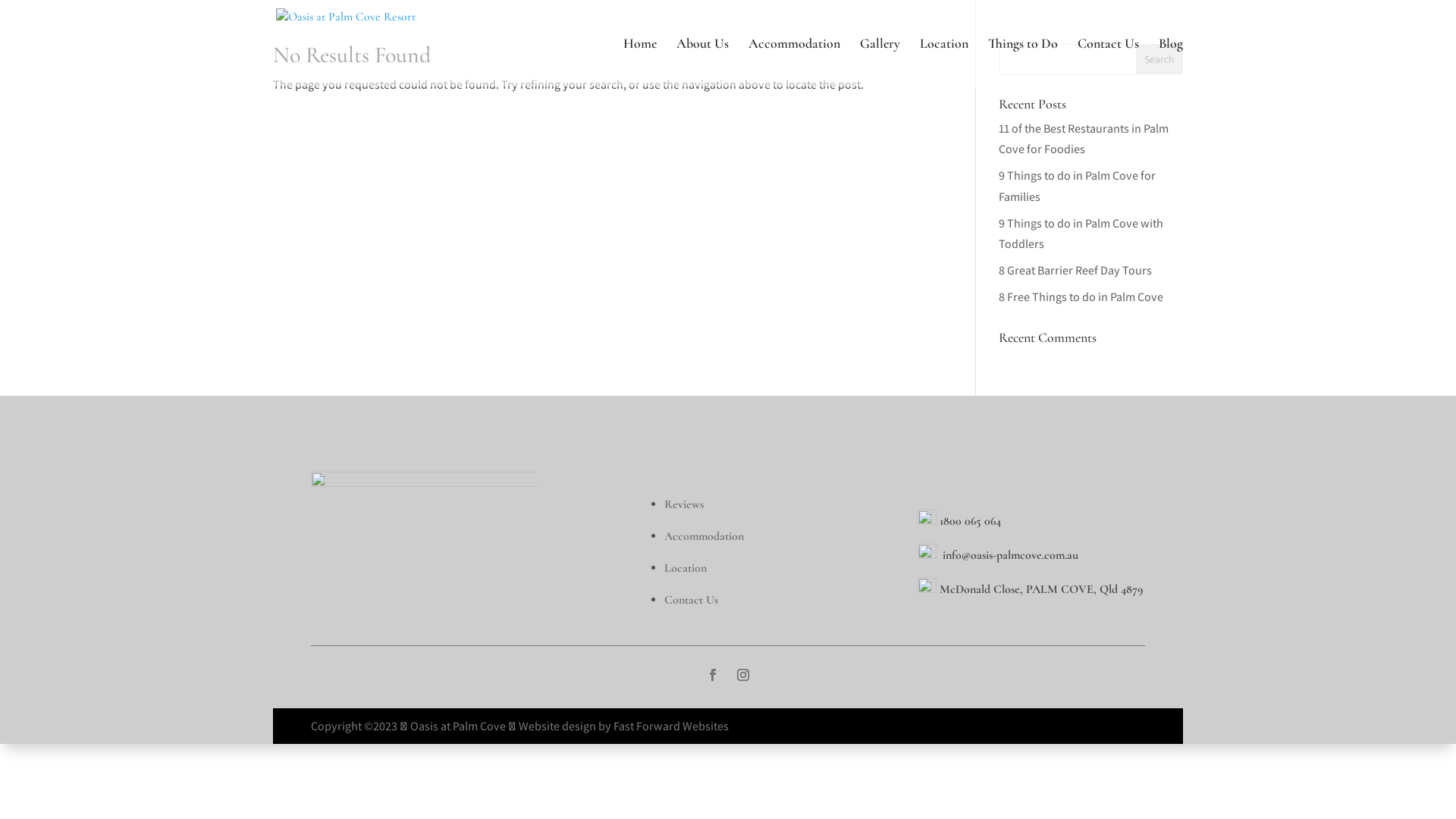 The height and width of the screenshot is (819, 1456). I want to click on 'Blog', so click(1170, 61).